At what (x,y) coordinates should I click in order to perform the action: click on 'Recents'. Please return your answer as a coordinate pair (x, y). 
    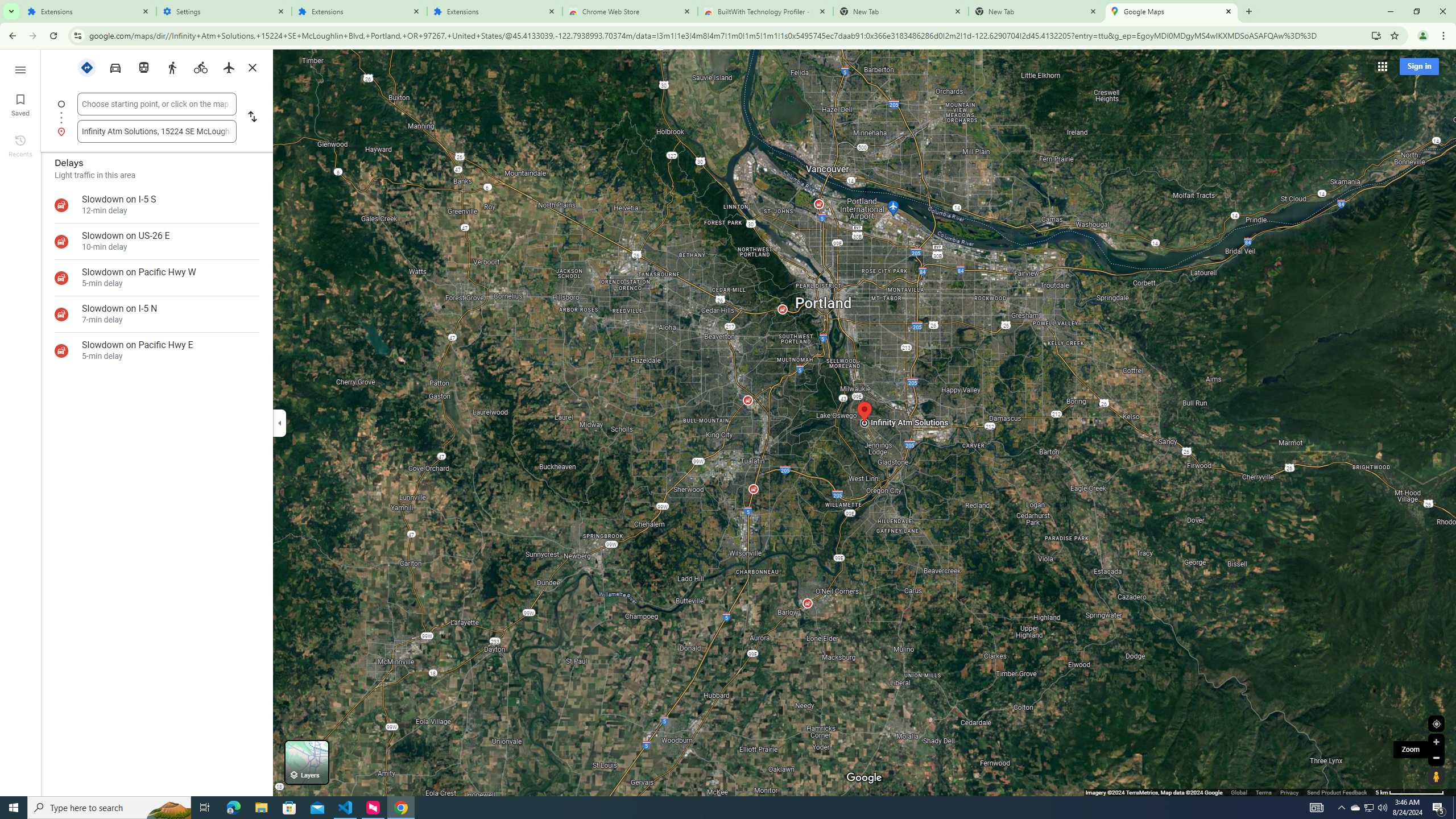
    Looking at the image, I should click on (19, 144).